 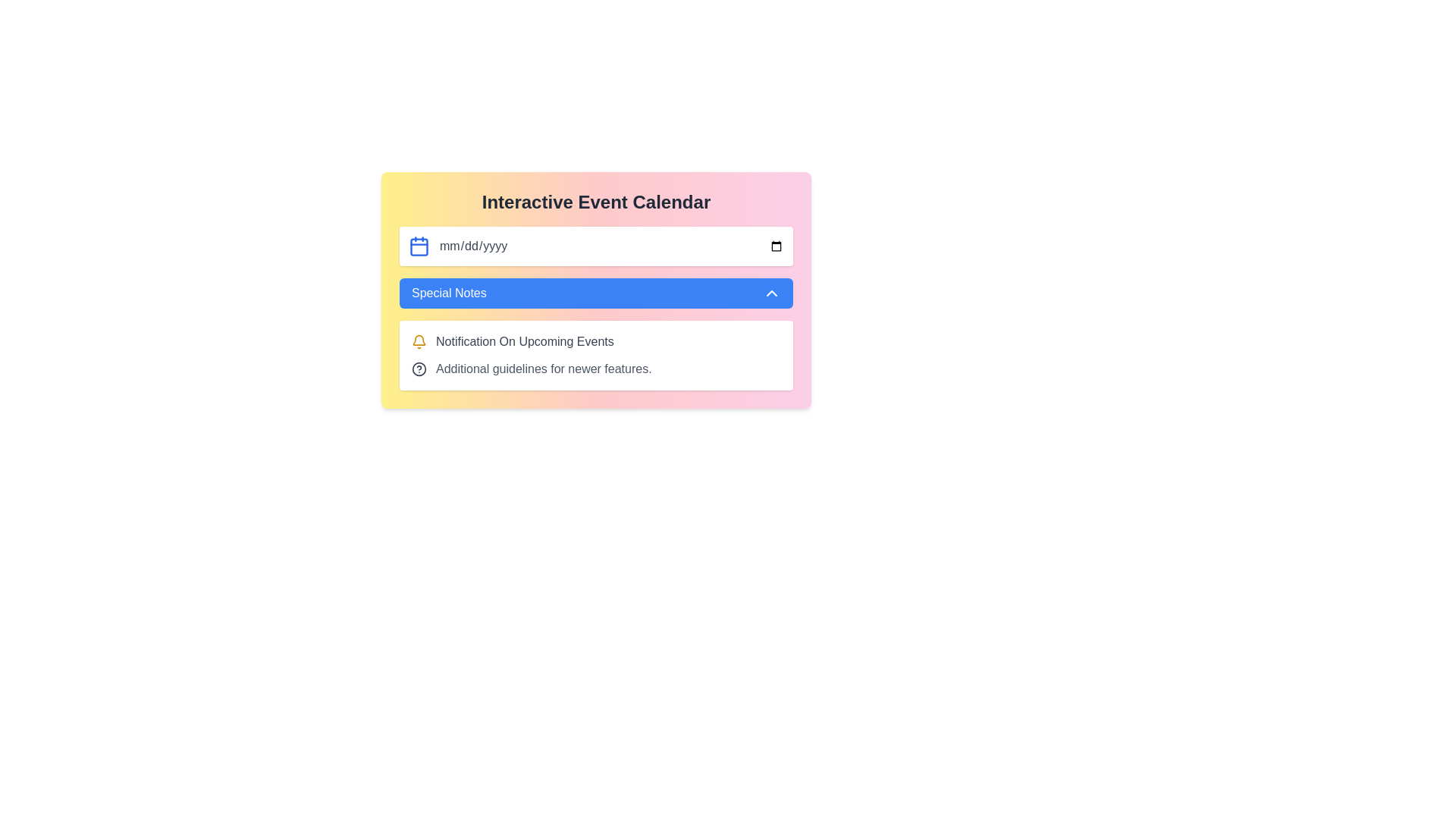 I want to click on the dropdown button located at the center of the gradient-styled interactive event calendar, so click(x=595, y=293).